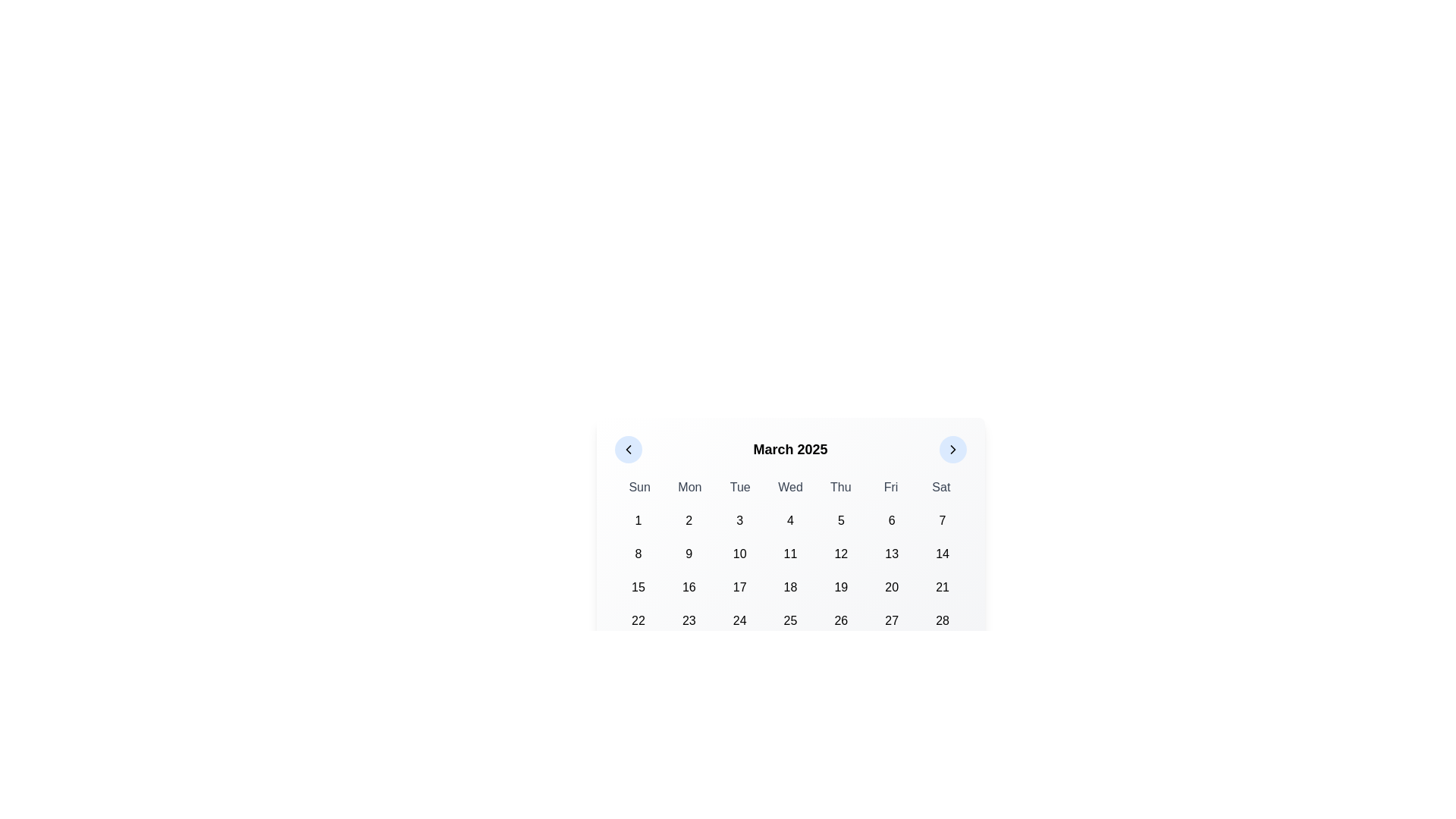 The width and height of the screenshot is (1456, 819). What do you see at coordinates (840, 587) in the screenshot?
I see `the button representing the 19th day in the calendar` at bounding box center [840, 587].